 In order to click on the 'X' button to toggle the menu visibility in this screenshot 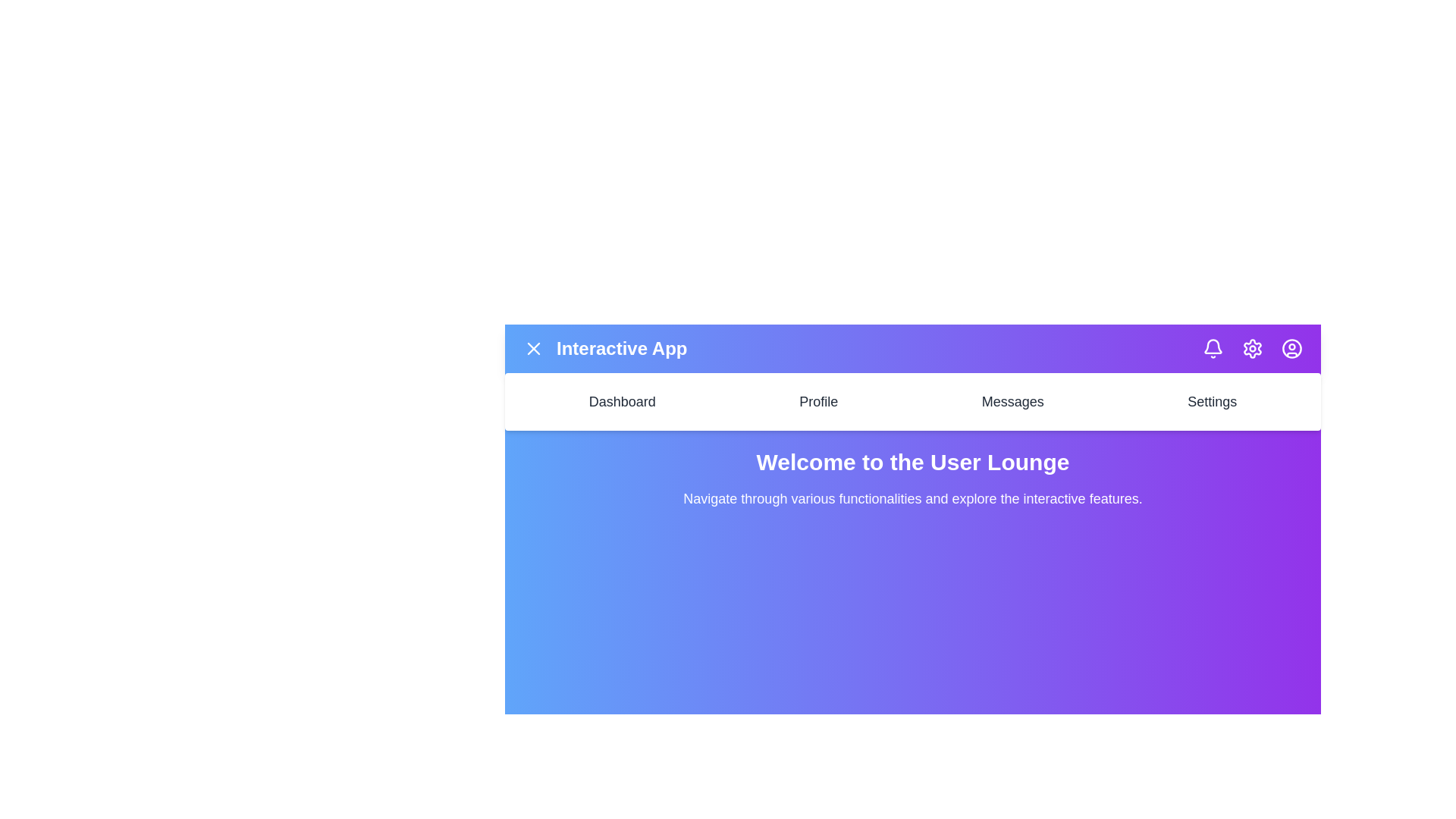, I will do `click(534, 348)`.